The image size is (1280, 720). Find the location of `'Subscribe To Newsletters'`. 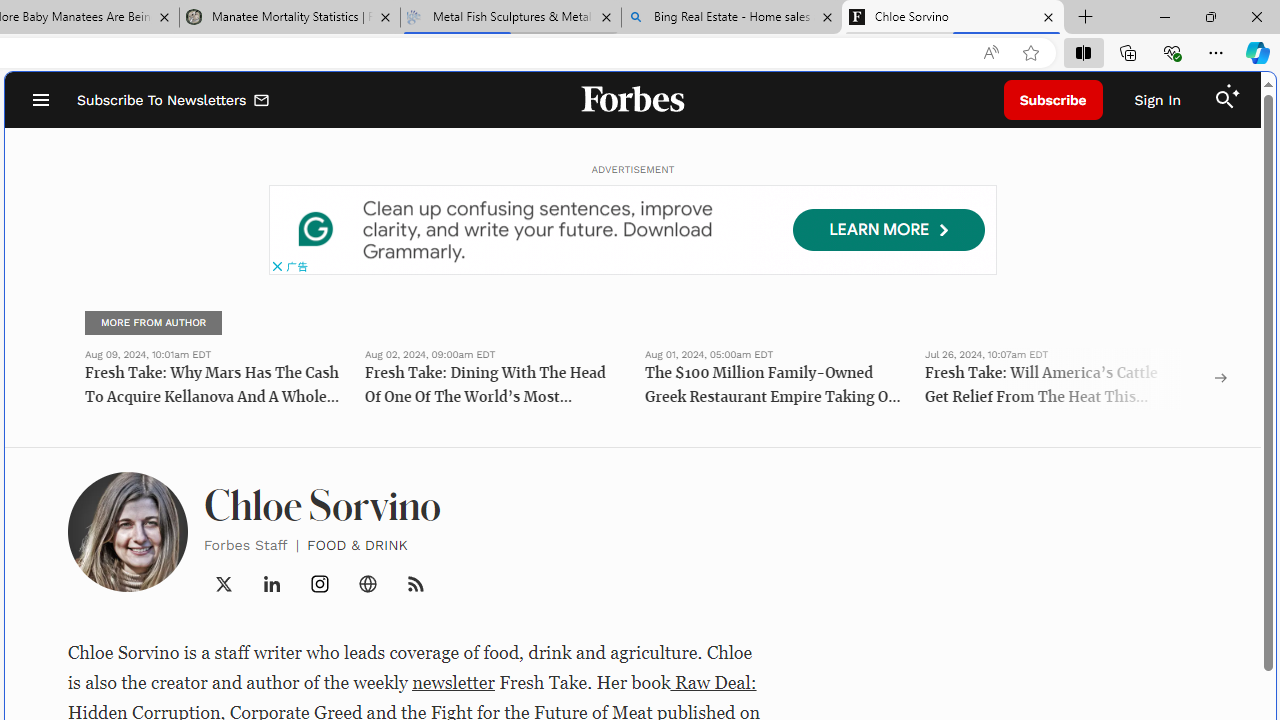

'Subscribe To Newsletters' is located at coordinates (174, 100).